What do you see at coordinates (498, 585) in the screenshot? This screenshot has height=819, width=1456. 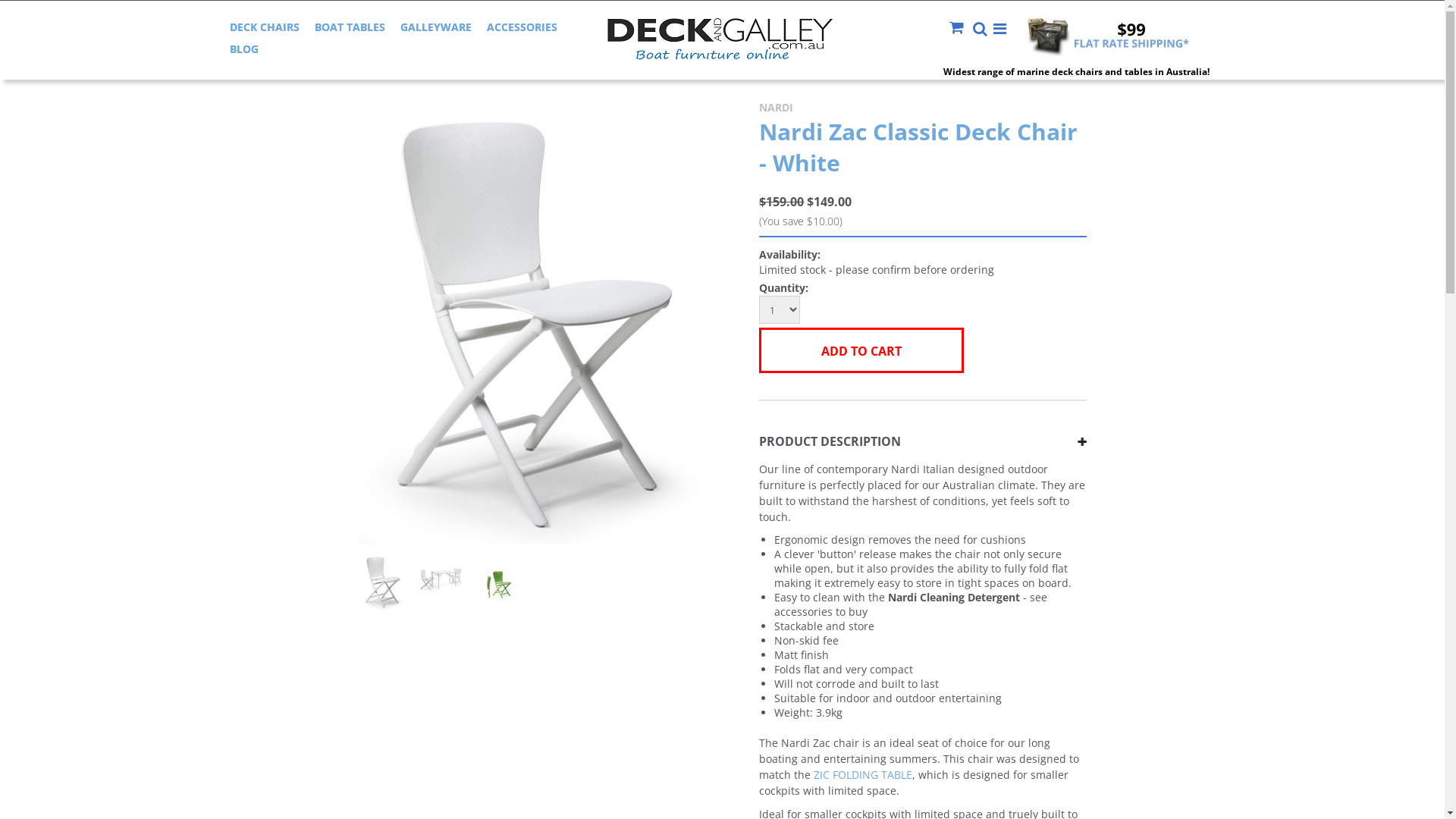 I see `'0'` at bounding box center [498, 585].